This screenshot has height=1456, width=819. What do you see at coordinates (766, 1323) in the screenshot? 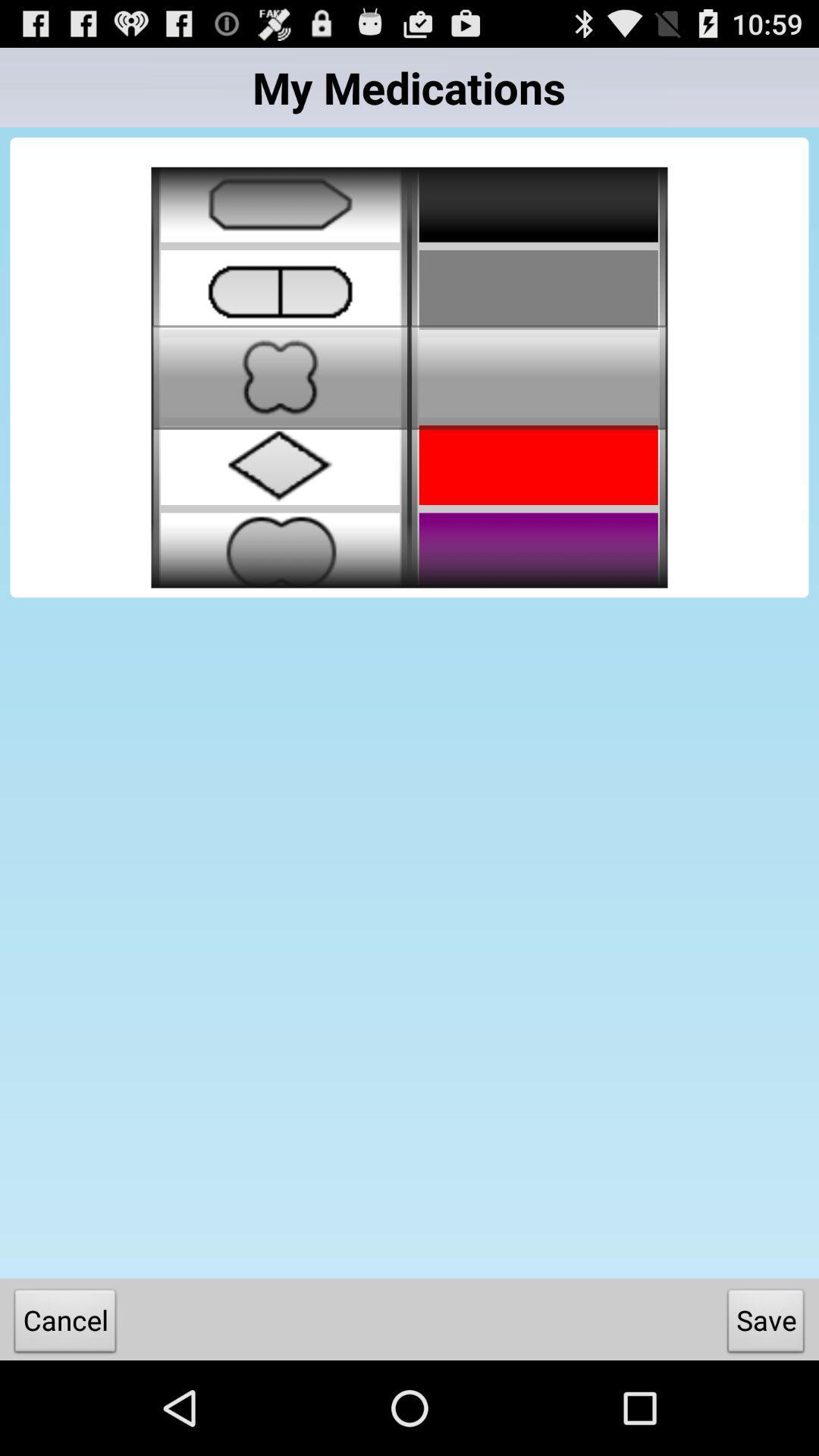
I see `save button` at bounding box center [766, 1323].